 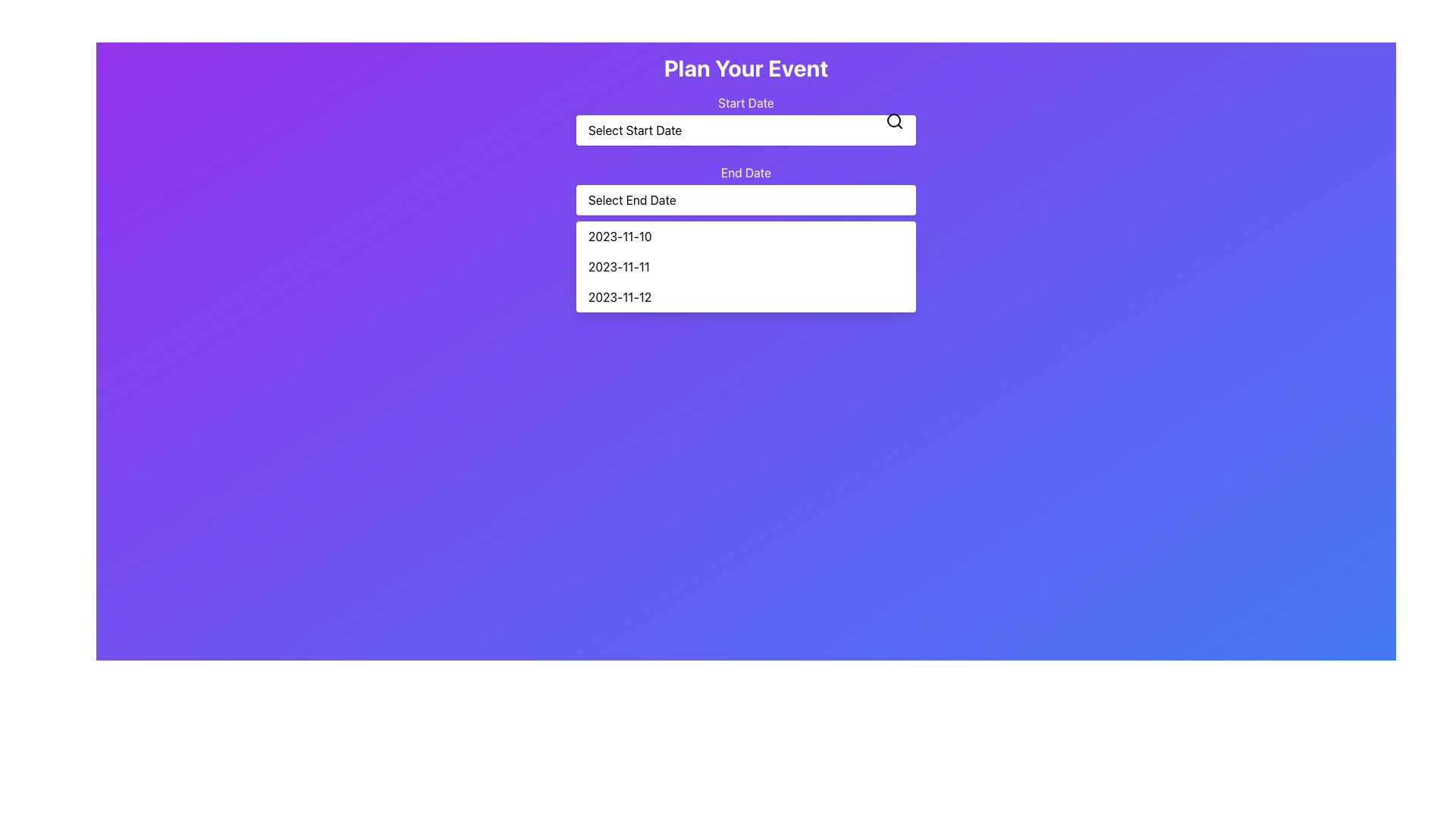 I want to click on the 'End Date' text label, which is styled in white font on a purple background, positioned above the 'Select End Date' dropdown menu, so click(x=745, y=171).